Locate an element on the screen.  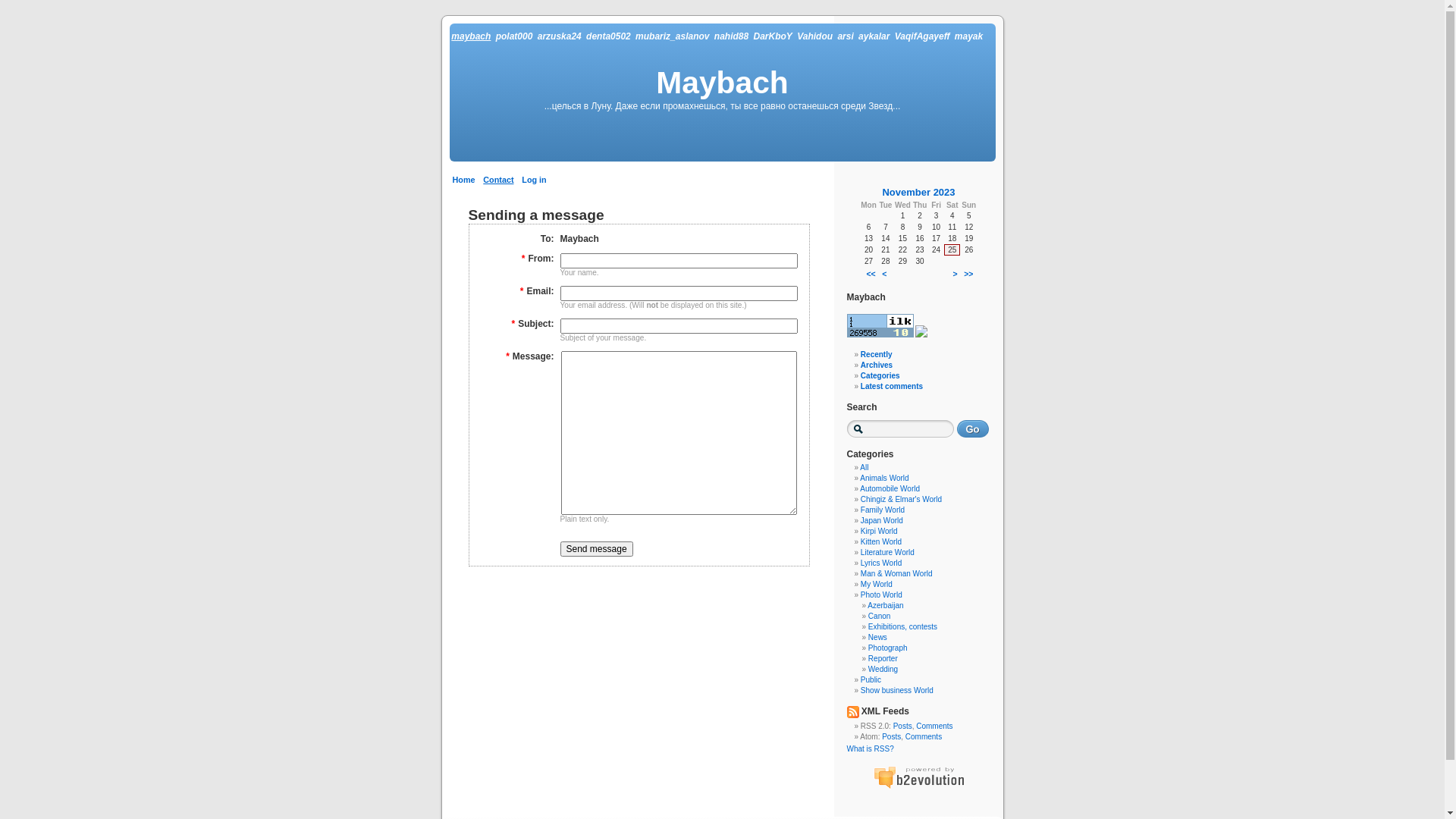
'Japan World' is located at coordinates (881, 519).